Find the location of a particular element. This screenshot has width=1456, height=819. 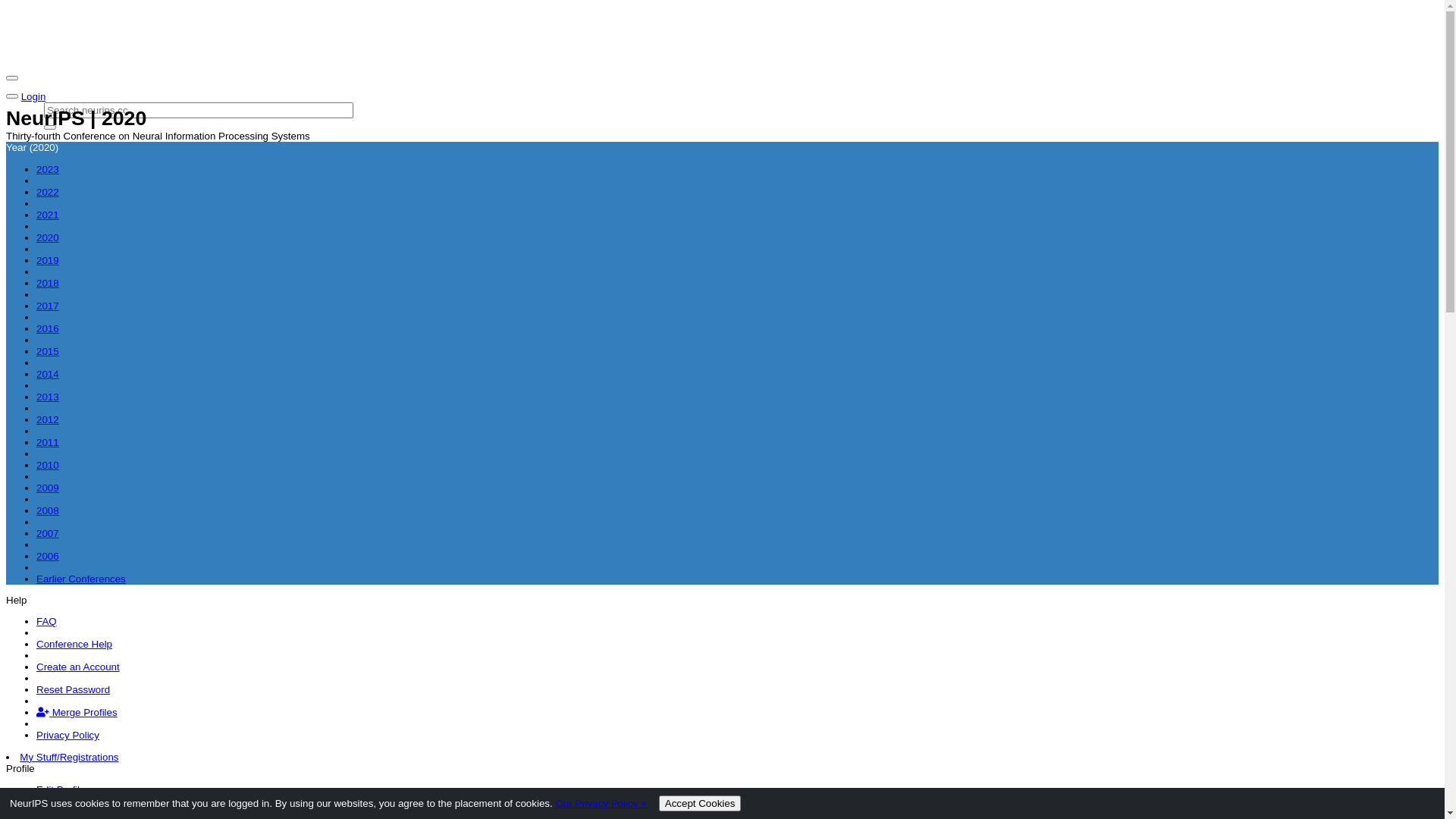

'2022' is located at coordinates (47, 191).